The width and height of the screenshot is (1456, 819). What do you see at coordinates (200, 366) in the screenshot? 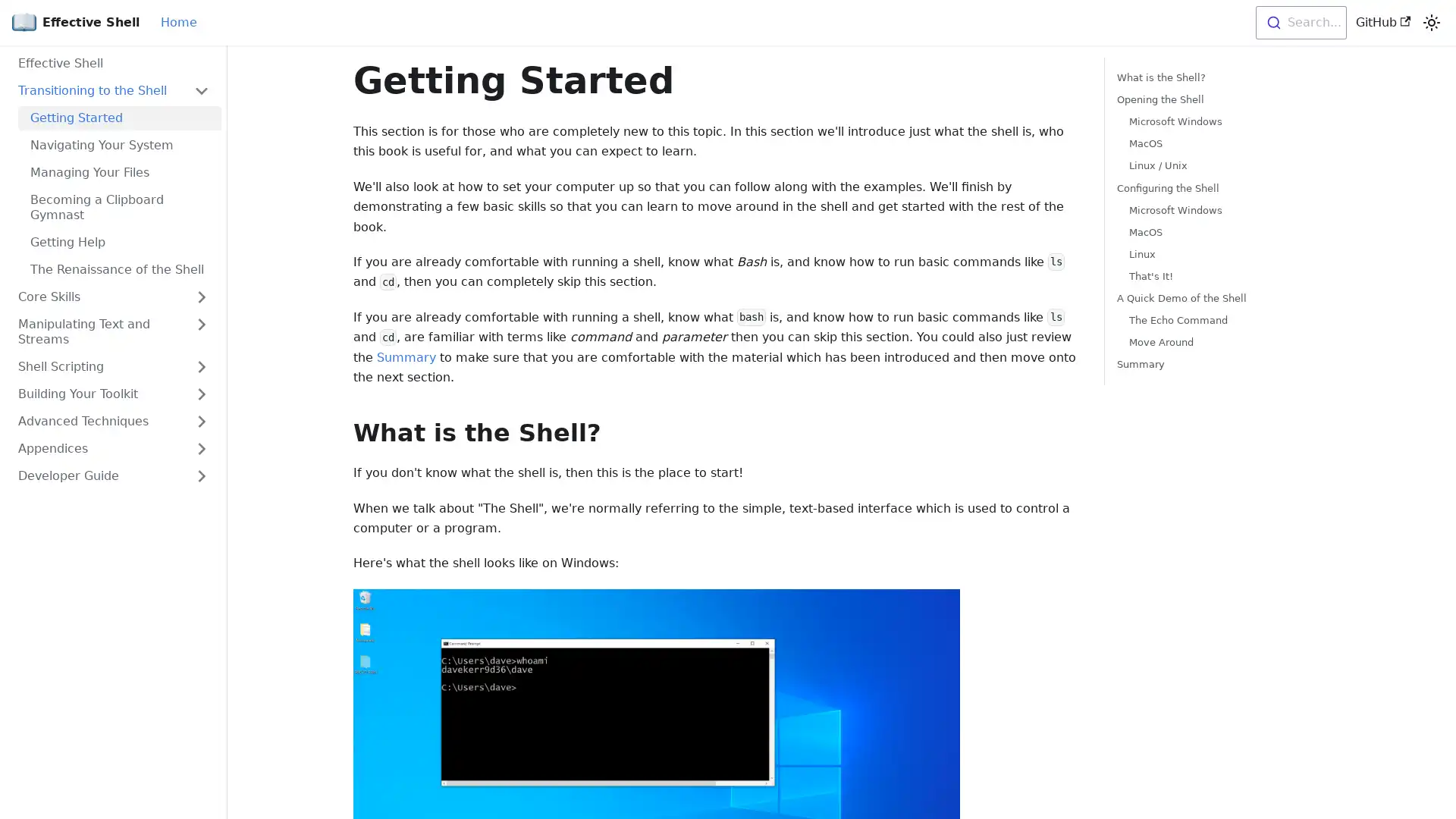
I see `Toggle the collapsible sidebar category 'Shell Scripting'` at bounding box center [200, 366].